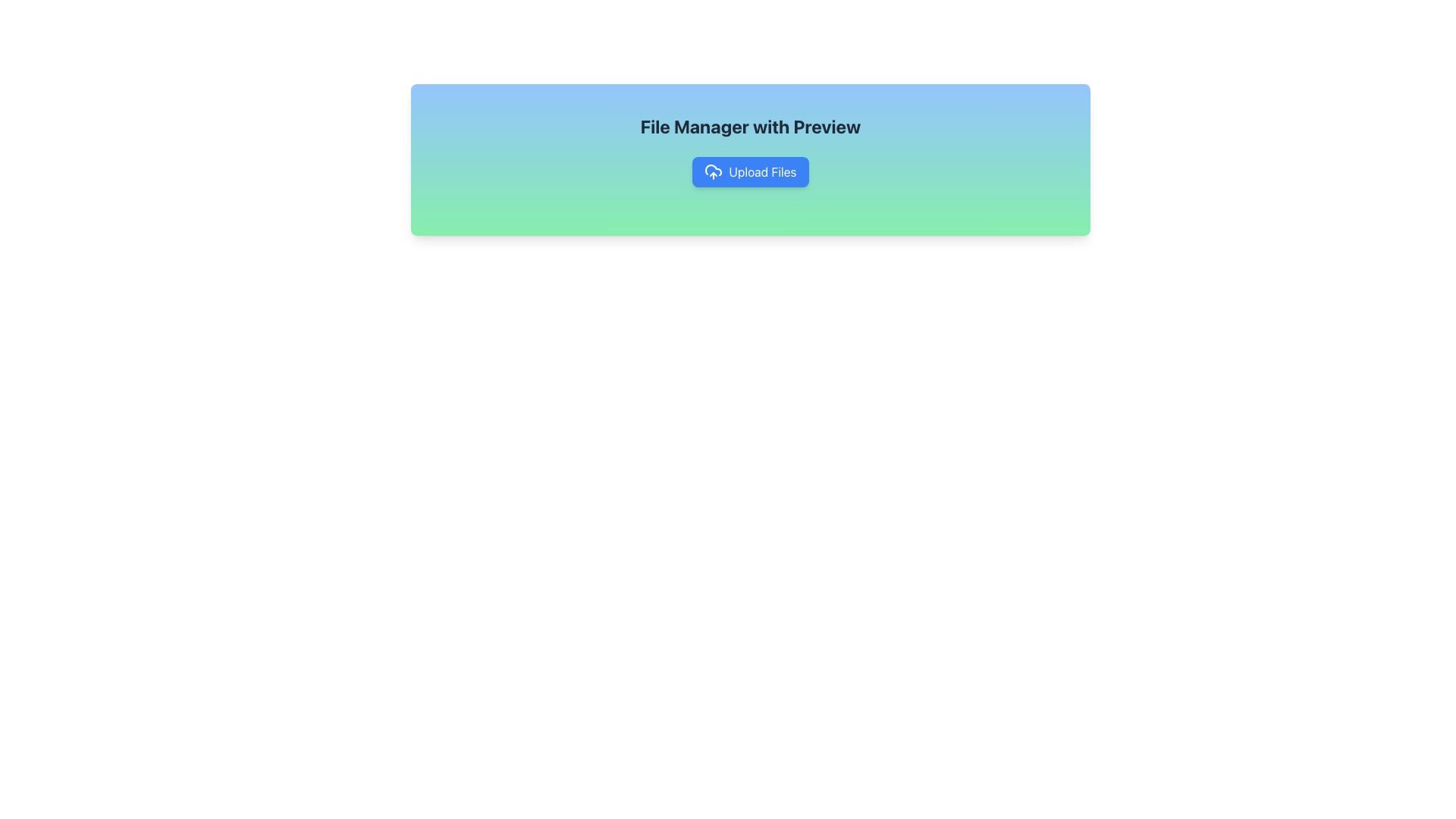 This screenshot has height=819, width=1456. What do you see at coordinates (713, 171) in the screenshot?
I see `the upload icon located within the 'Upload Files' button, which is horizontally aligned with the text label and centered below the 'File Manager with Preview' title` at bounding box center [713, 171].